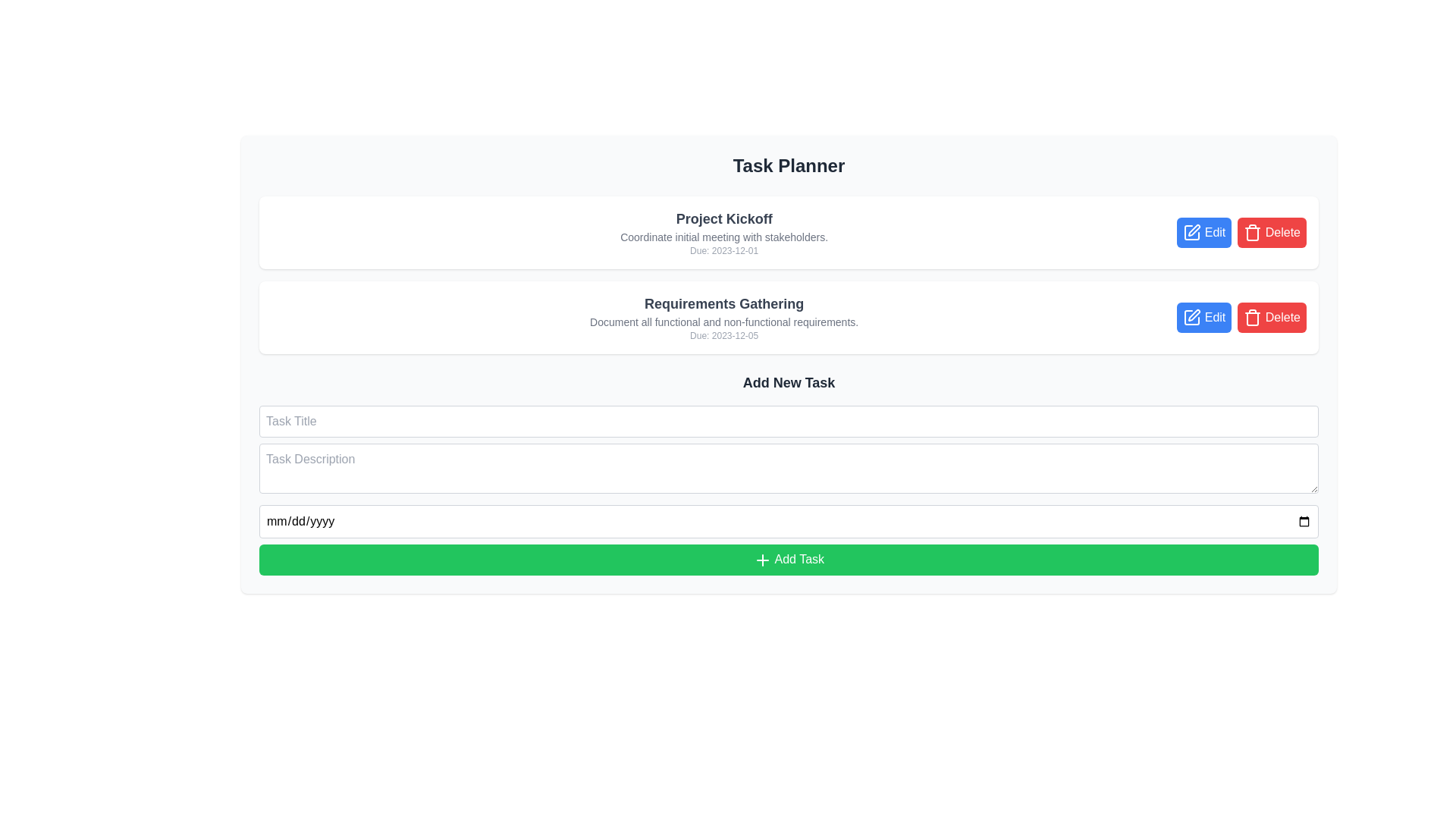  Describe the element at coordinates (789, 382) in the screenshot. I see `the text label that serves as the title for the task creation section, which indicates to users that they can add a new task below. This label is centrally located near the top of the form, above the input fields for 'Task Title' and 'Task Description.'` at that location.